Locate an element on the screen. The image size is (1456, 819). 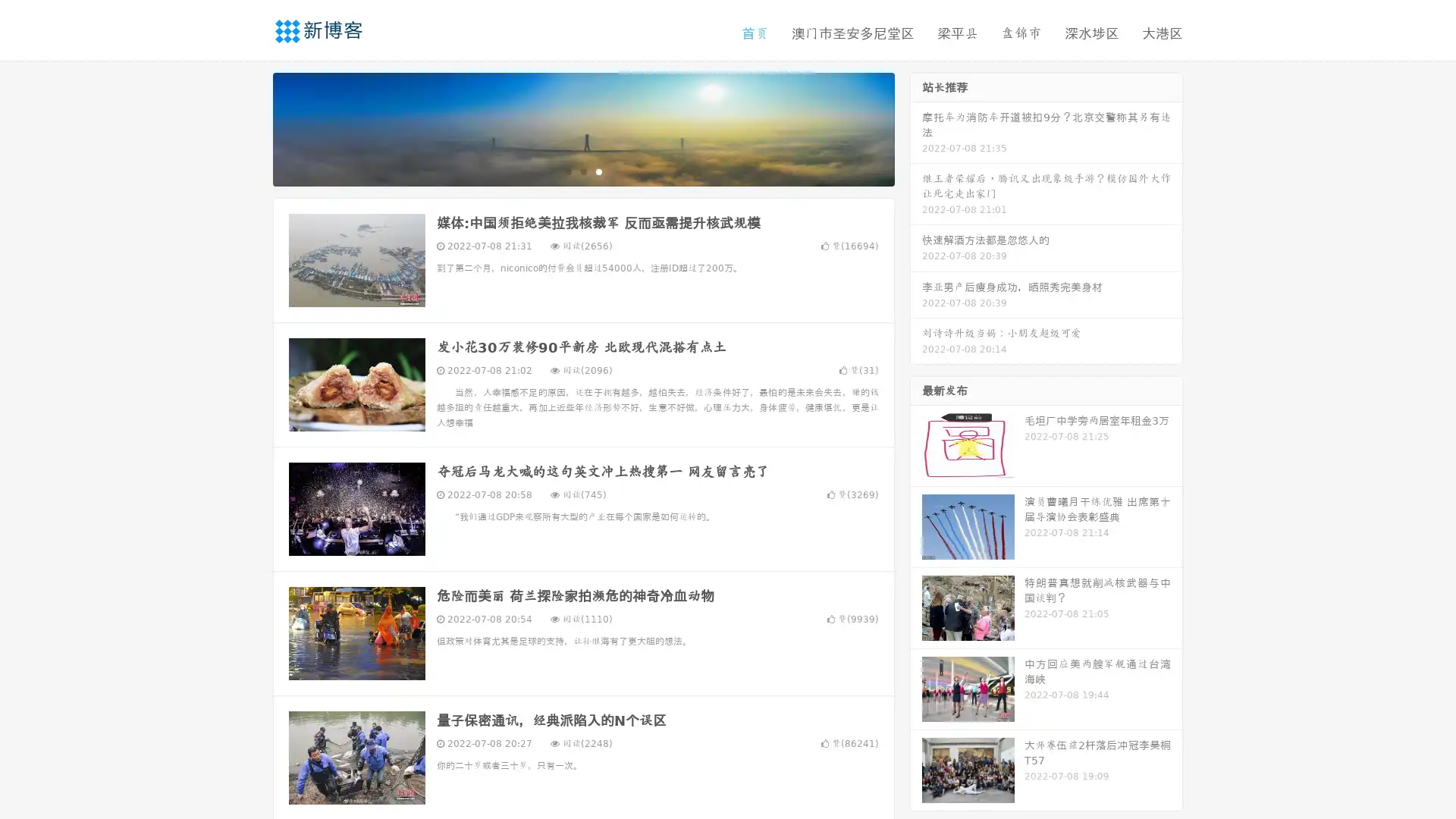
Go to slide 1 is located at coordinates (567, 171).